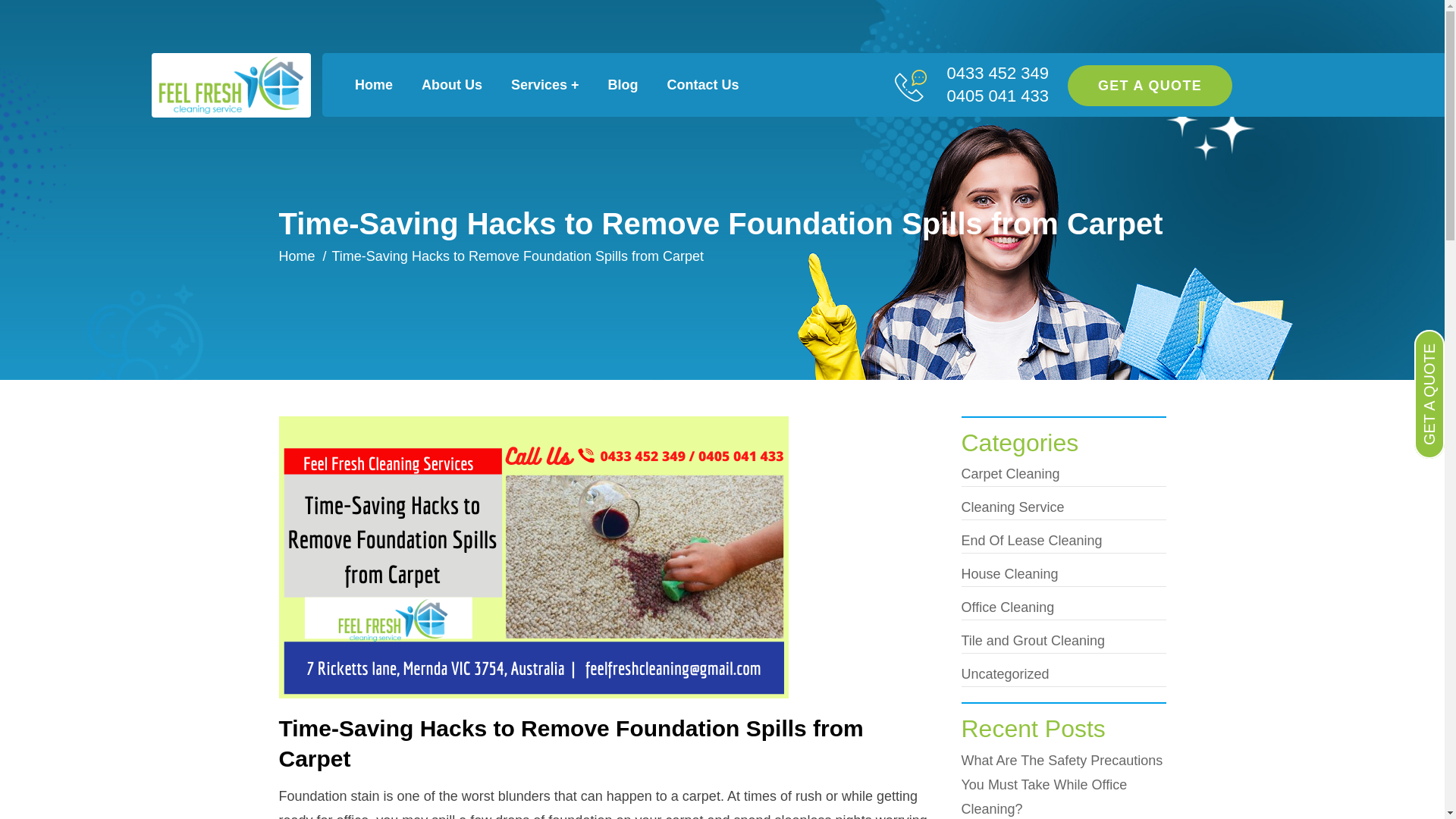  Describe the element at coordinates (510, 84) in the screenshot. I see `'Services +'` at that location.